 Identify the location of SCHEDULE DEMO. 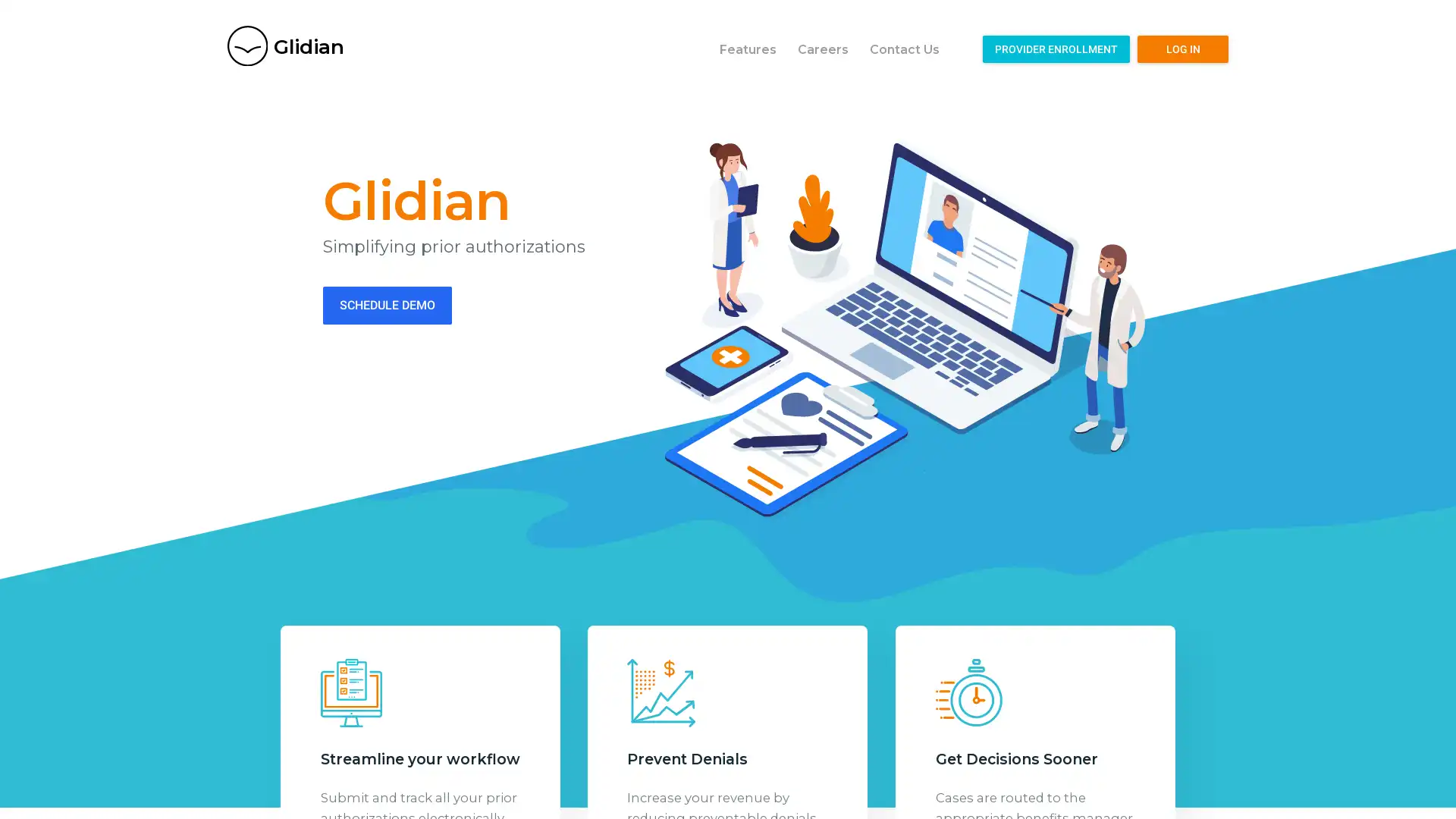
(386, 304).